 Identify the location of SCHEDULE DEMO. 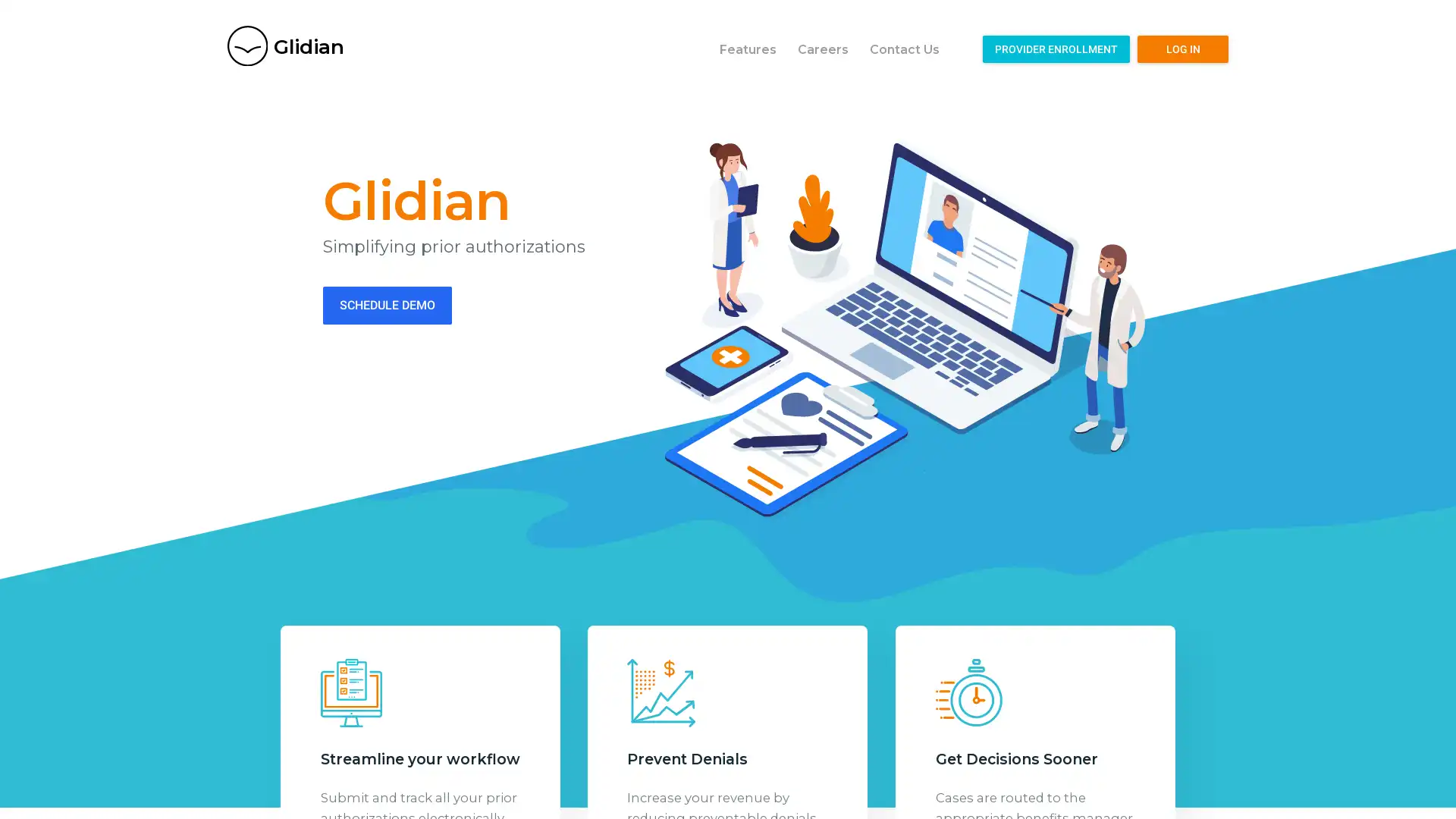
(386, 304).